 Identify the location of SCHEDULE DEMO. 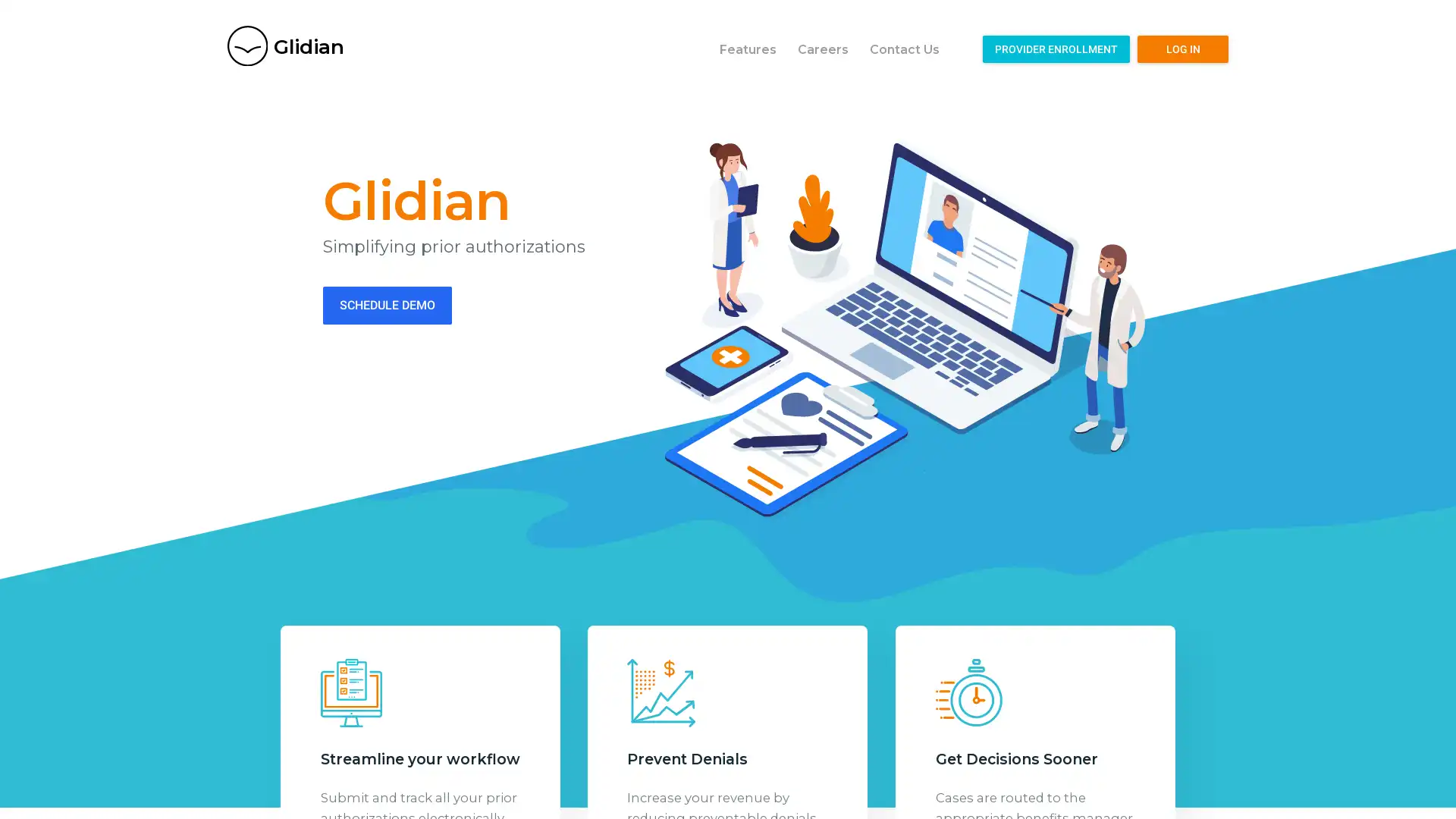
(386, 304).